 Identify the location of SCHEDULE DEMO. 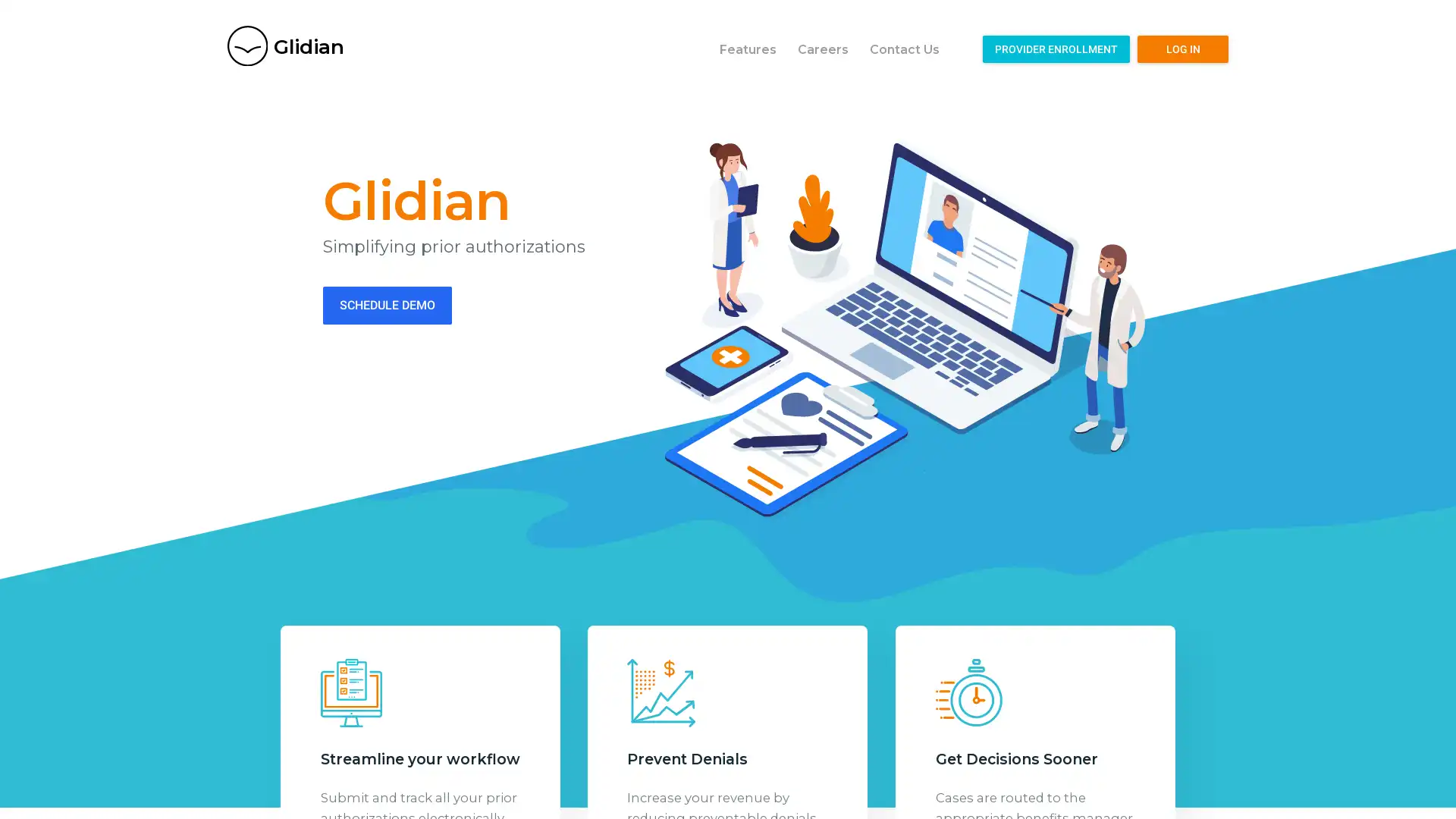
(386, 304).